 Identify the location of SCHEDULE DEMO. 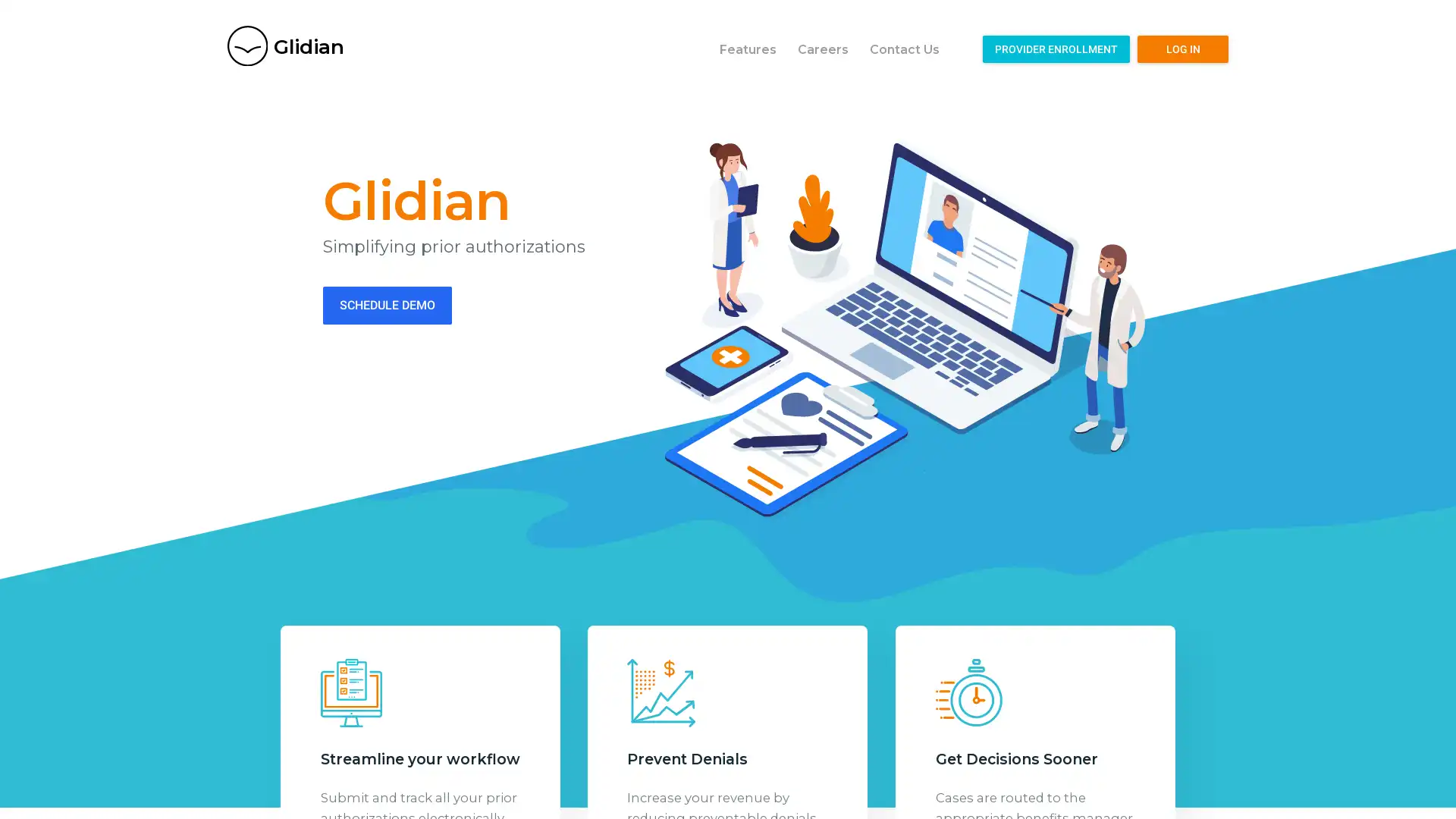
(386, 304).